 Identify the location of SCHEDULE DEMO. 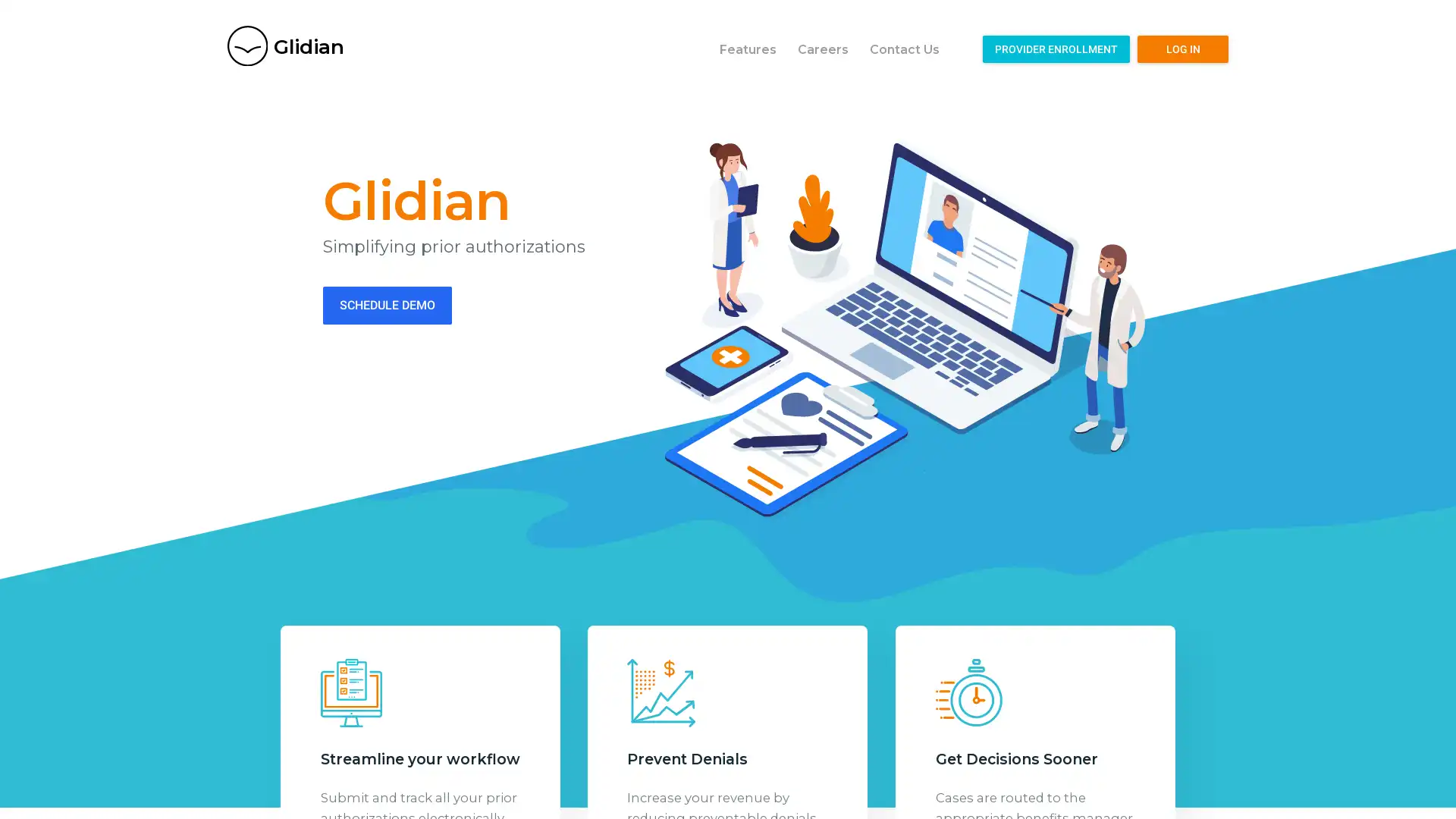
(386, 304).